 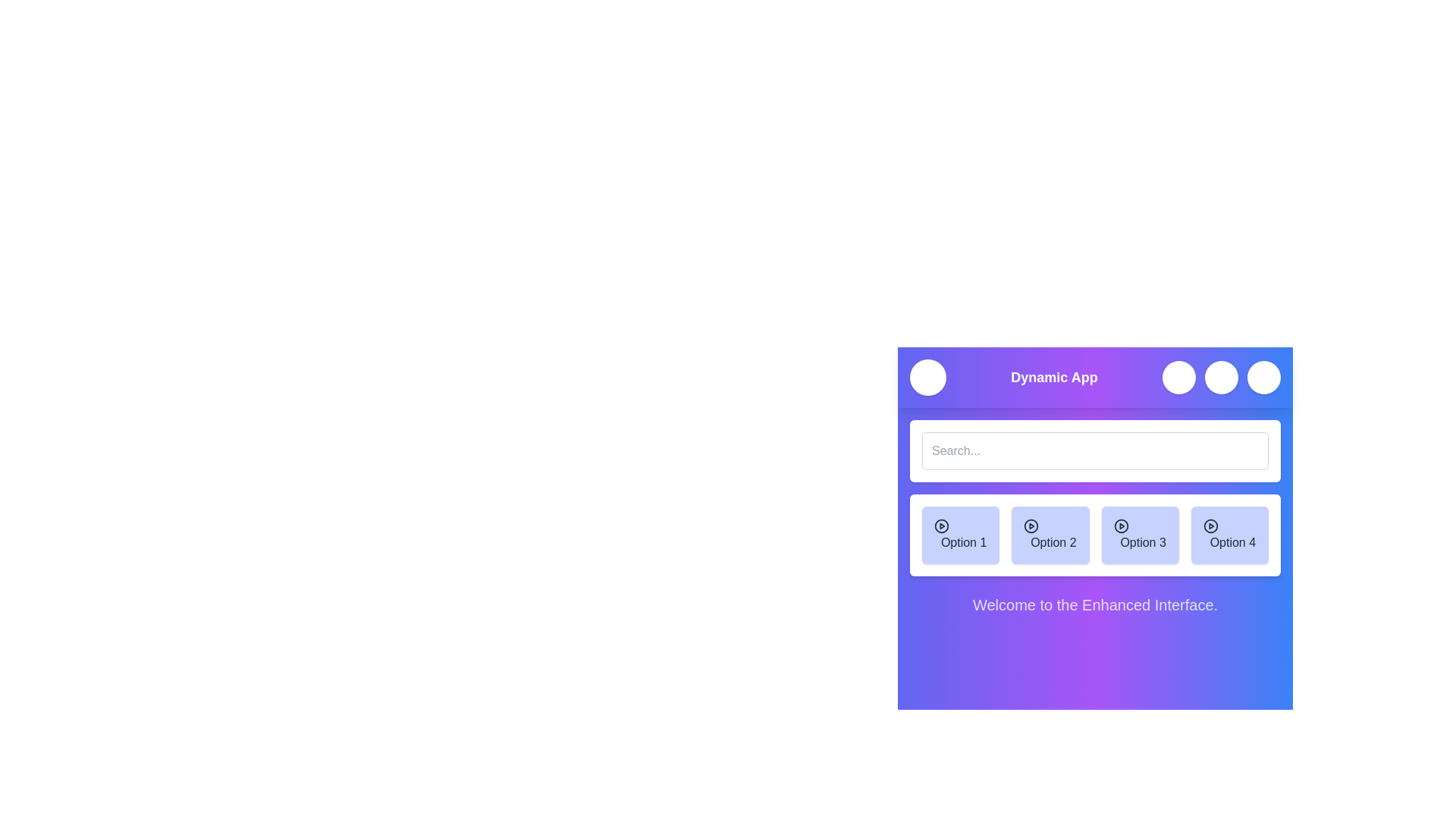 What do you see at coordinates (1095, 450) in the screenshot?
I see `the search bar and type the query 'example query'` at bounding box center [1095, 450].